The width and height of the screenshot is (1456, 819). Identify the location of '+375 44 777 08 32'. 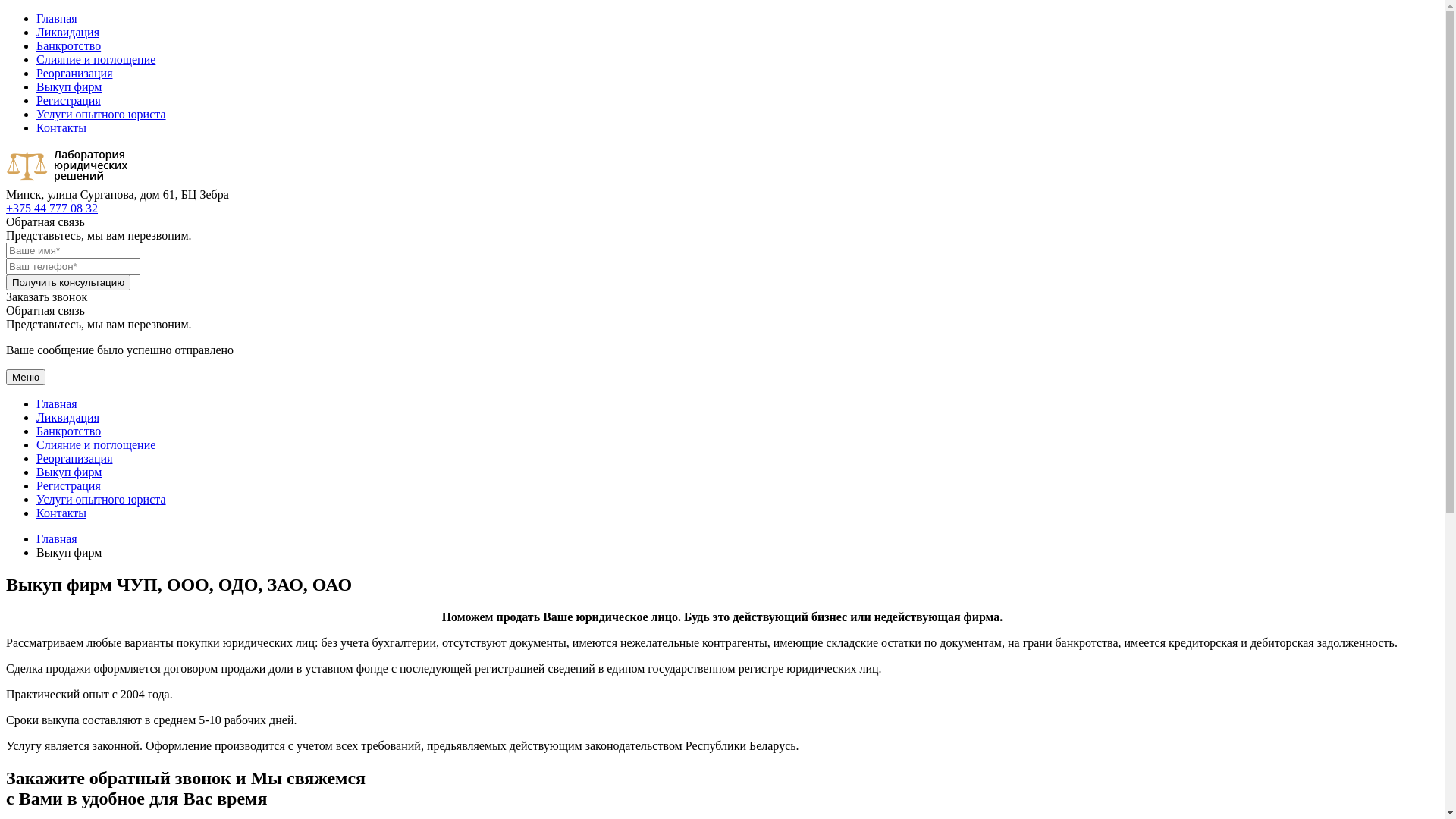
(6, 208).